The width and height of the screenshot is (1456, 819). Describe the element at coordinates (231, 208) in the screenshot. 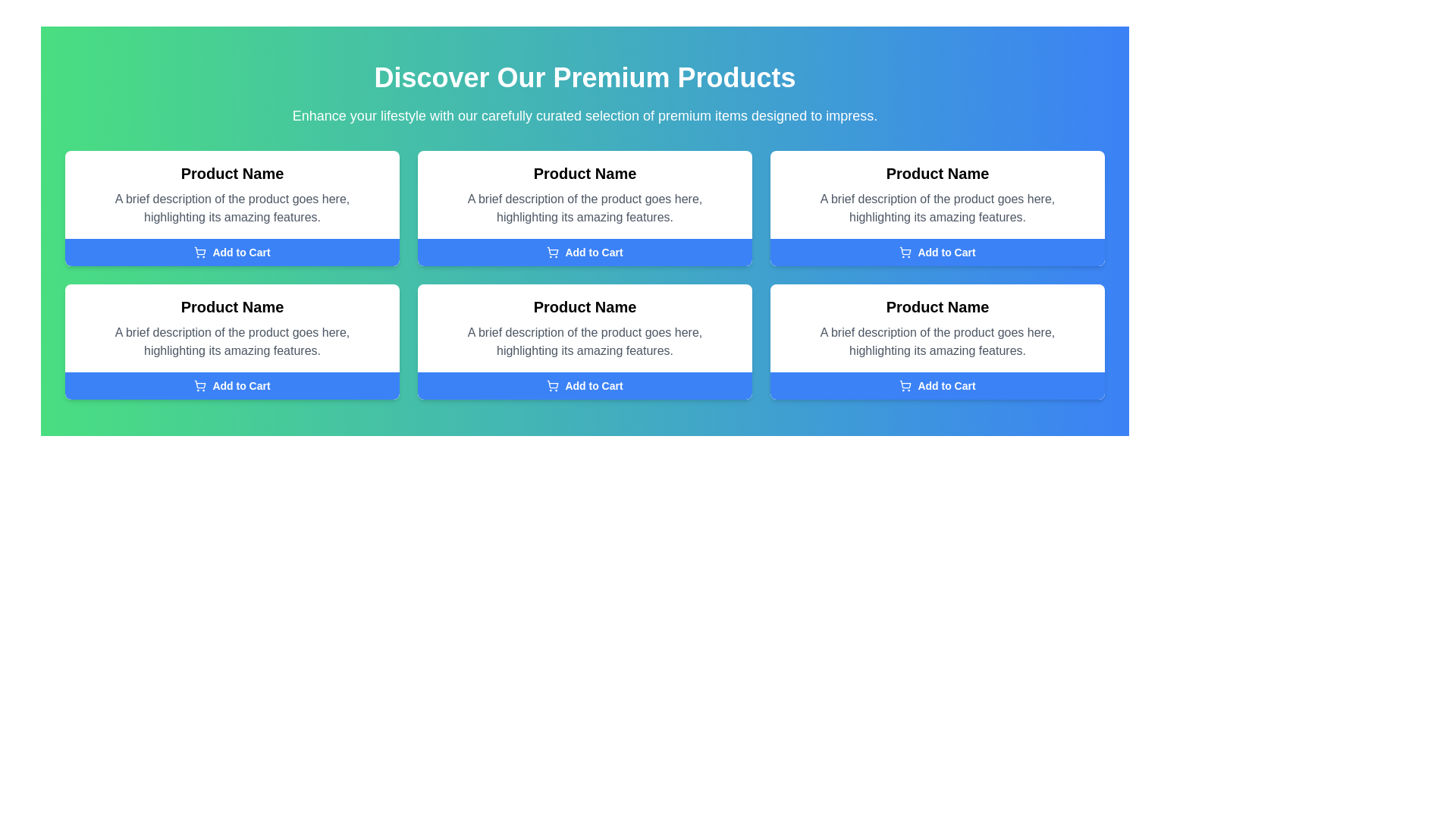

I see `the product description text located in the first product card, directly below the product name text` at that location.